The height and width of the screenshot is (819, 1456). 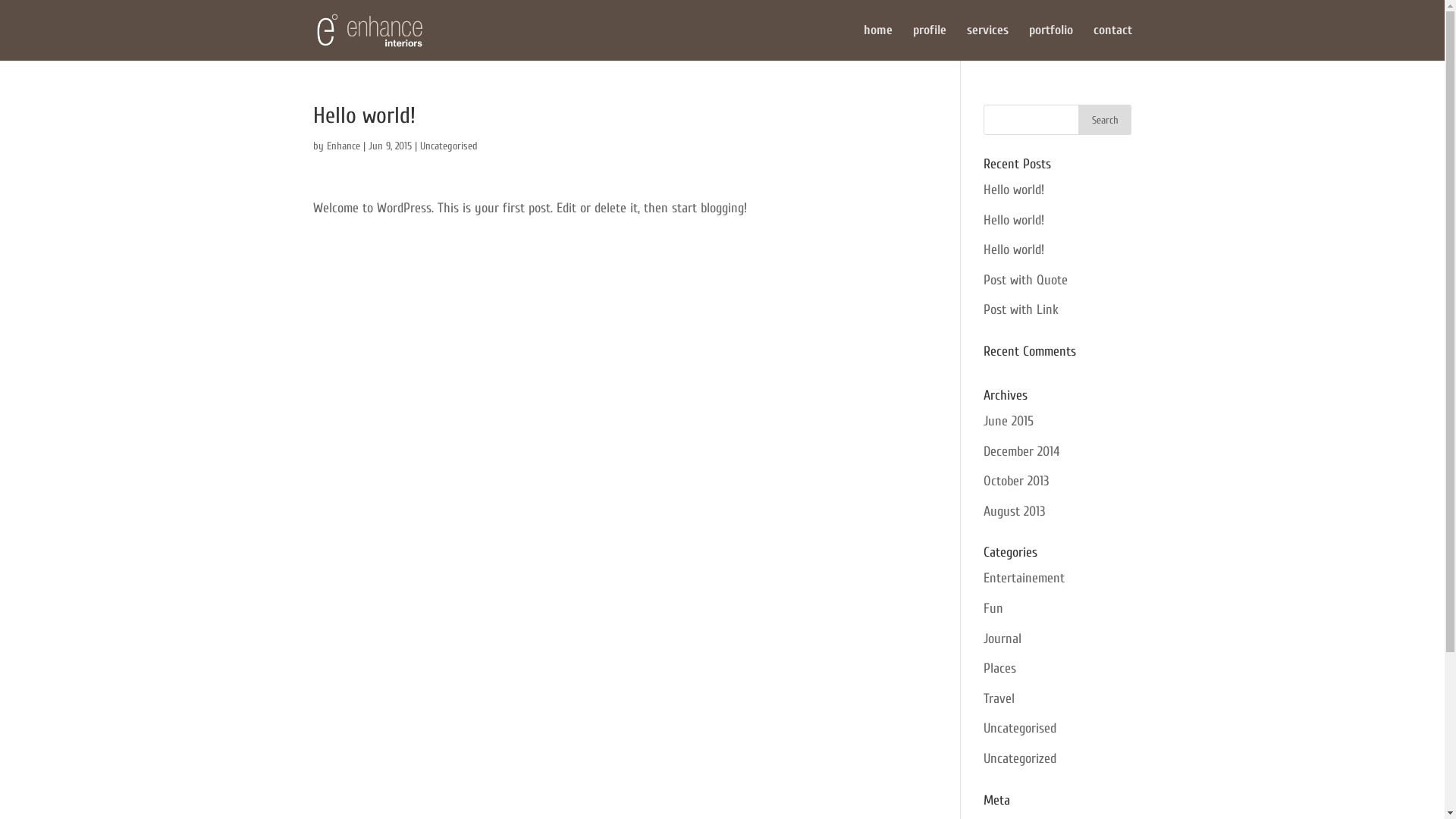 I want to click on 'Places', so click(x=999, y=667).